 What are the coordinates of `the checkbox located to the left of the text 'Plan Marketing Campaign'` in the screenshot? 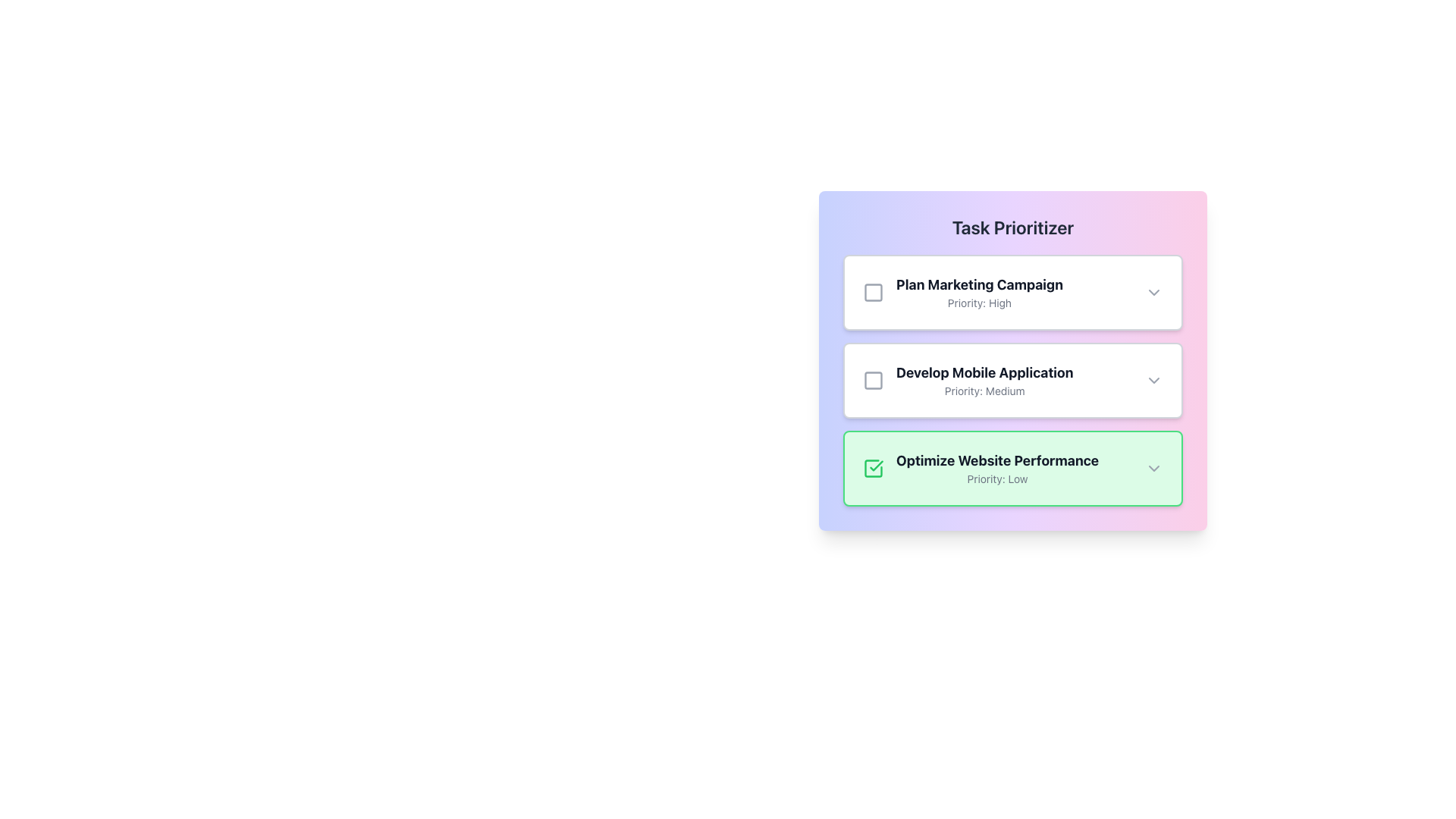 It's located at (874, 292).